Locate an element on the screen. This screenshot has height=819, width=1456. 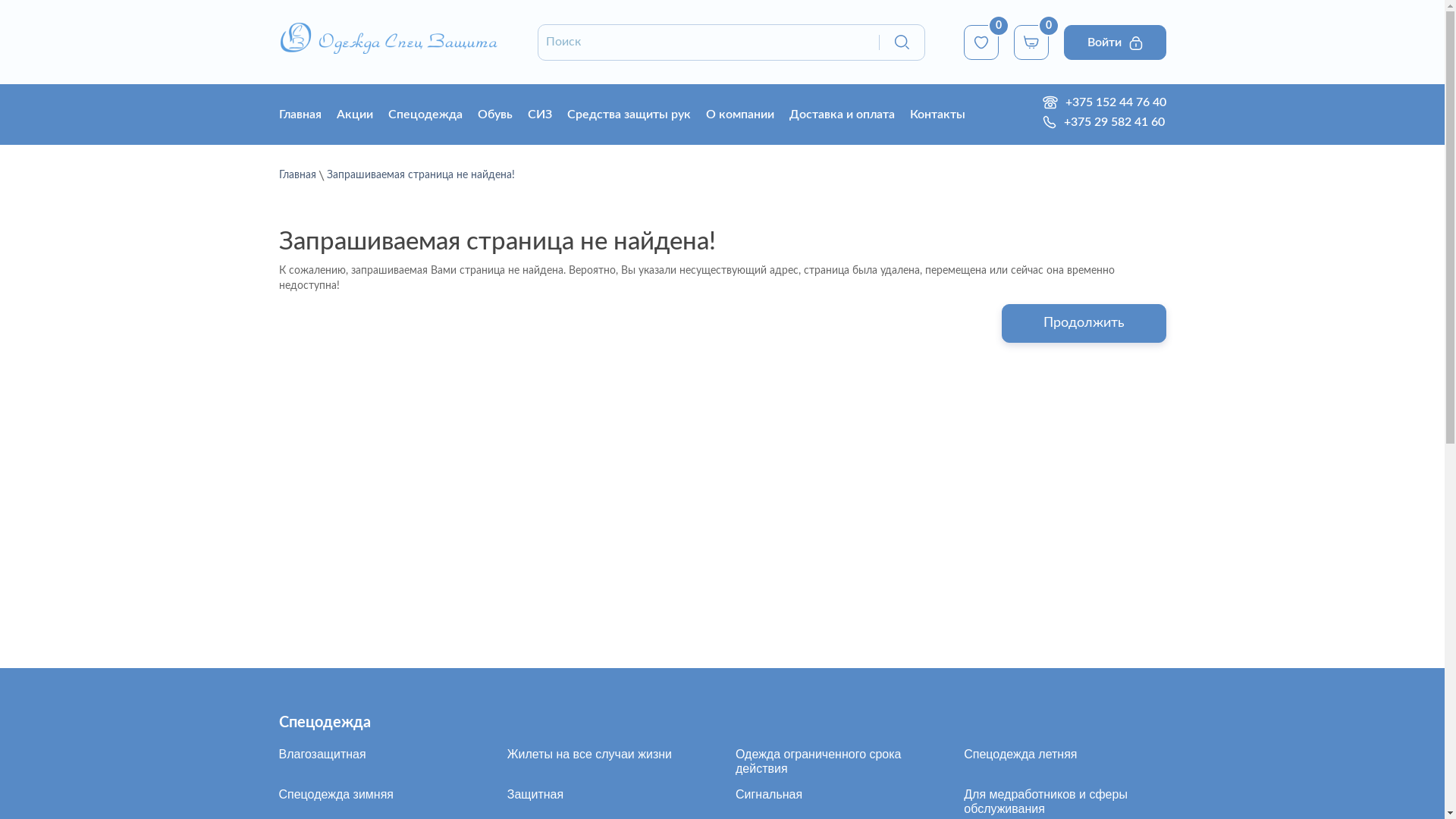
'0' is located at coordinates (1012, 40).